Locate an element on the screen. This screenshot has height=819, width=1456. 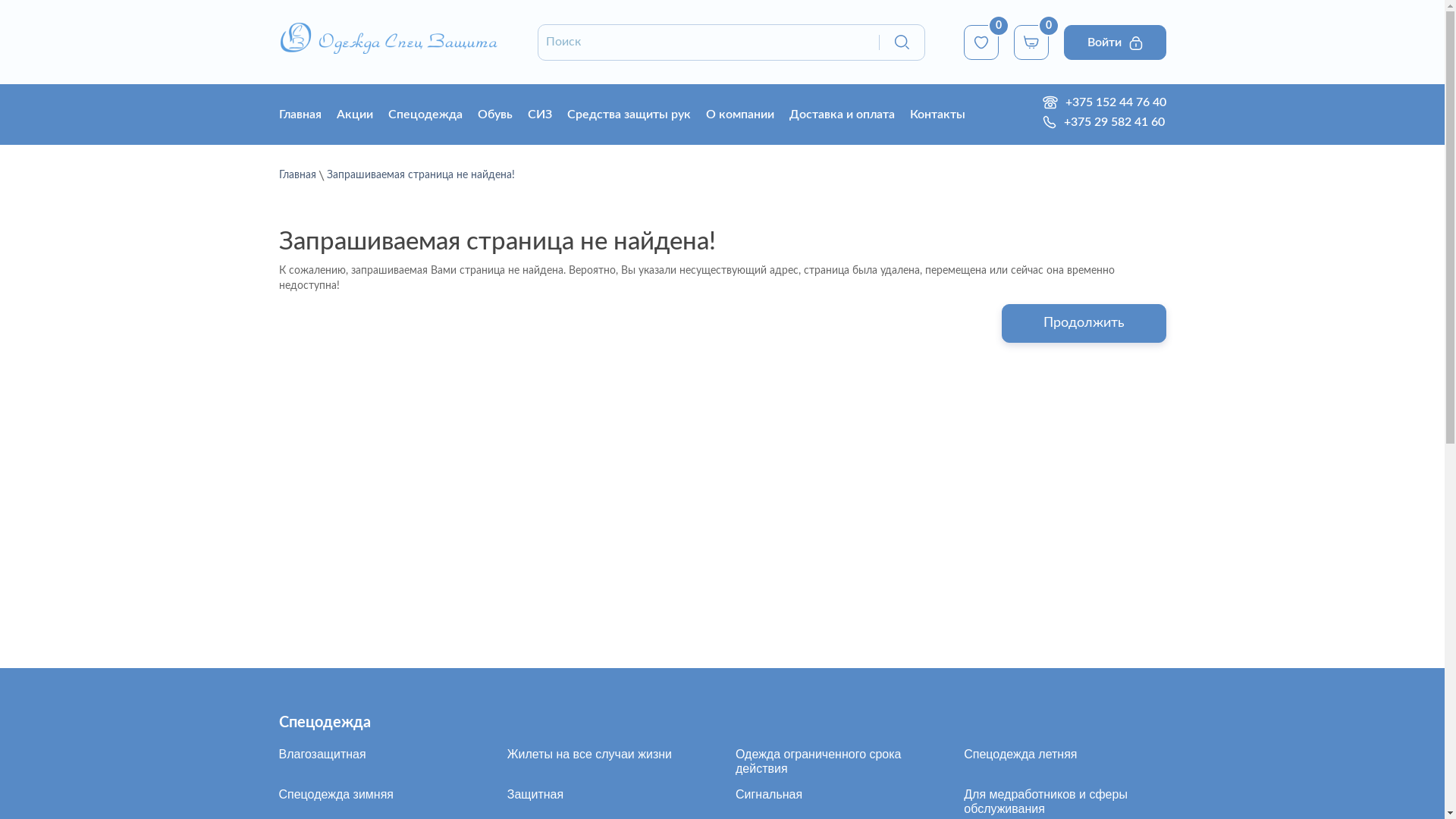
'0' is located at coordinates (1012, 40).